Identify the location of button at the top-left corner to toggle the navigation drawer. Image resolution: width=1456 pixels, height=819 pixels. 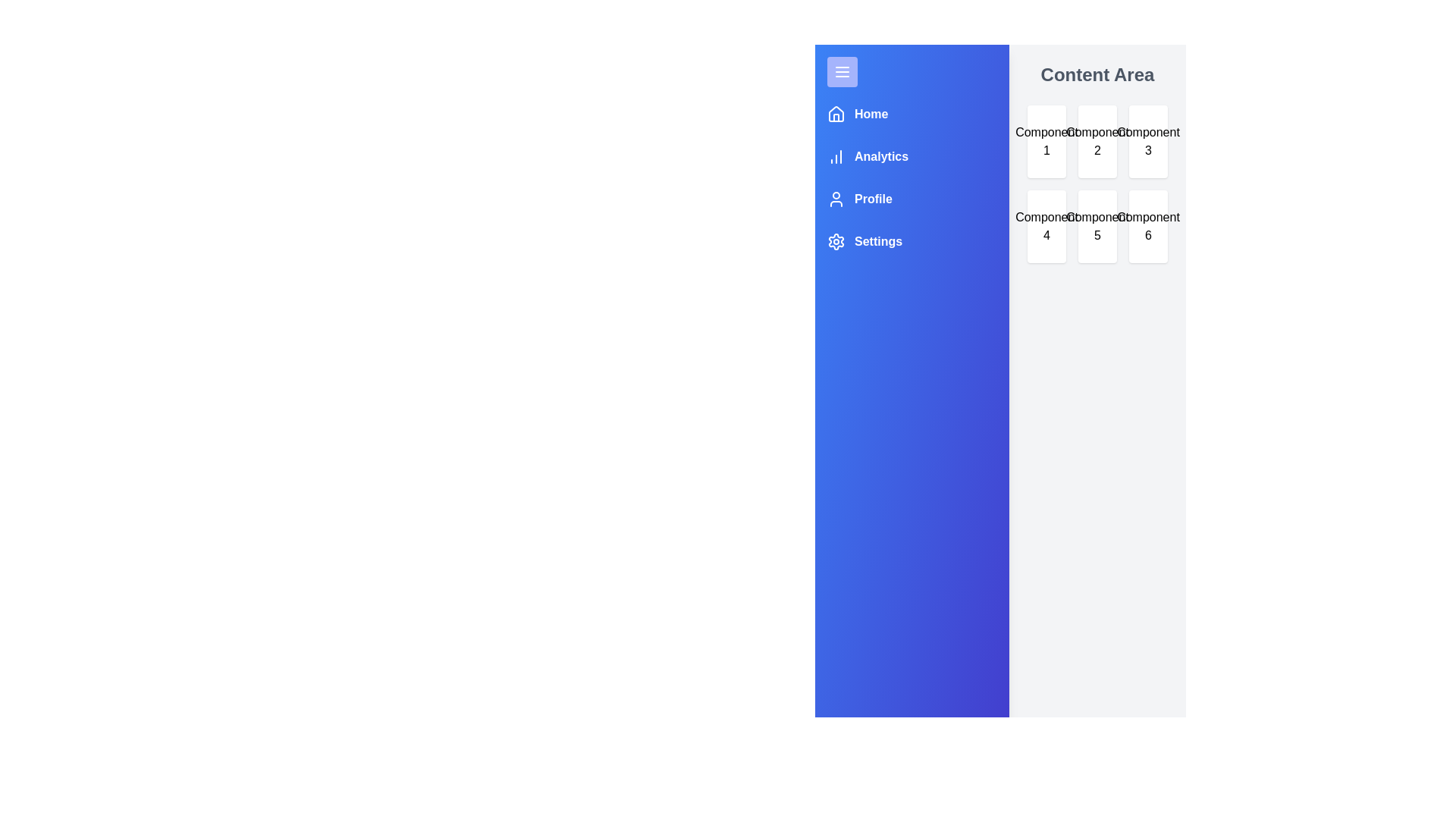
(841, 72).